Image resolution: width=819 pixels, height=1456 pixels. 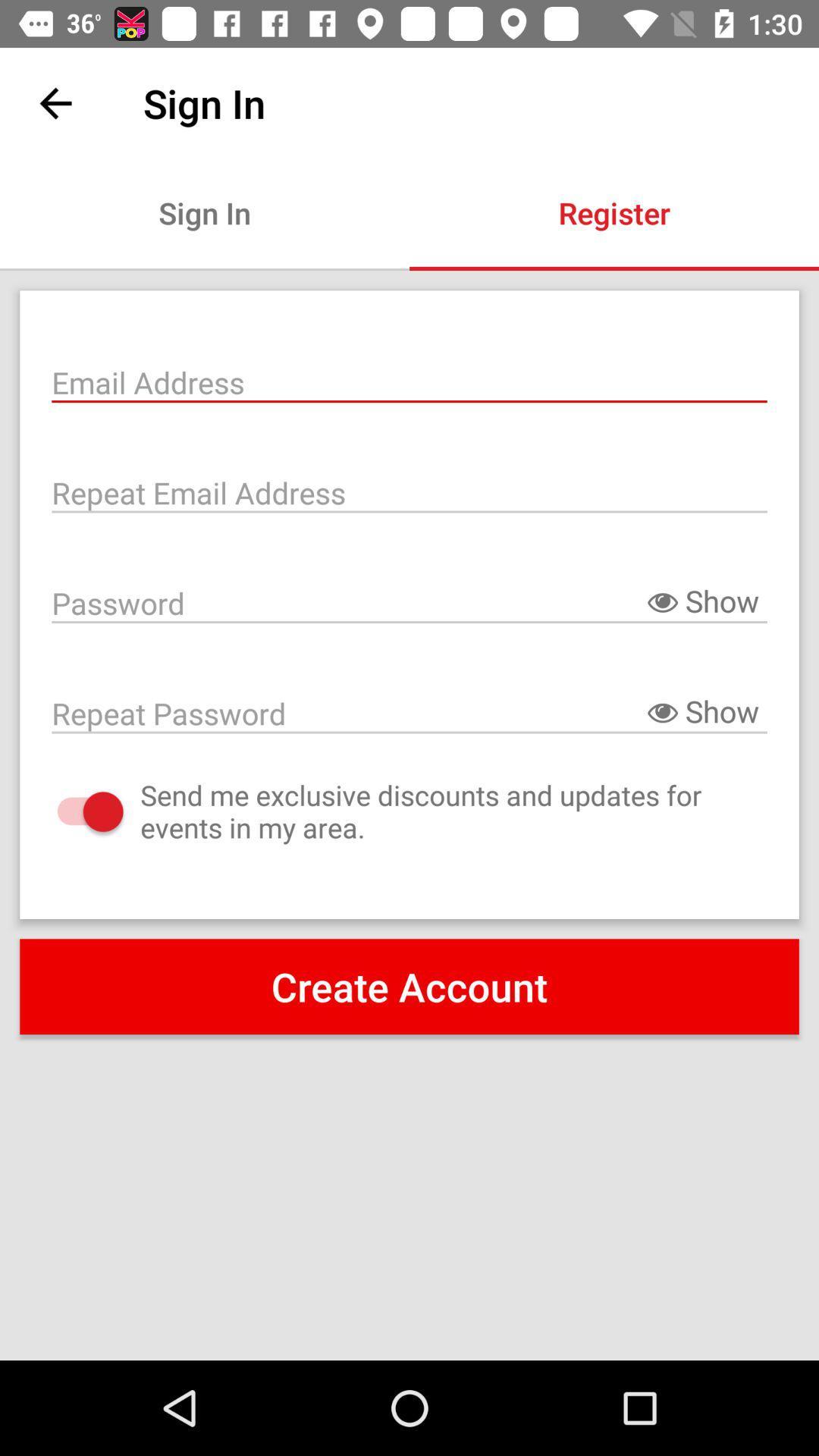 What do you see at coordinates (55, 102) in the screenshot?
I see `the icon above sign in item` at bounding box center [55, 102].